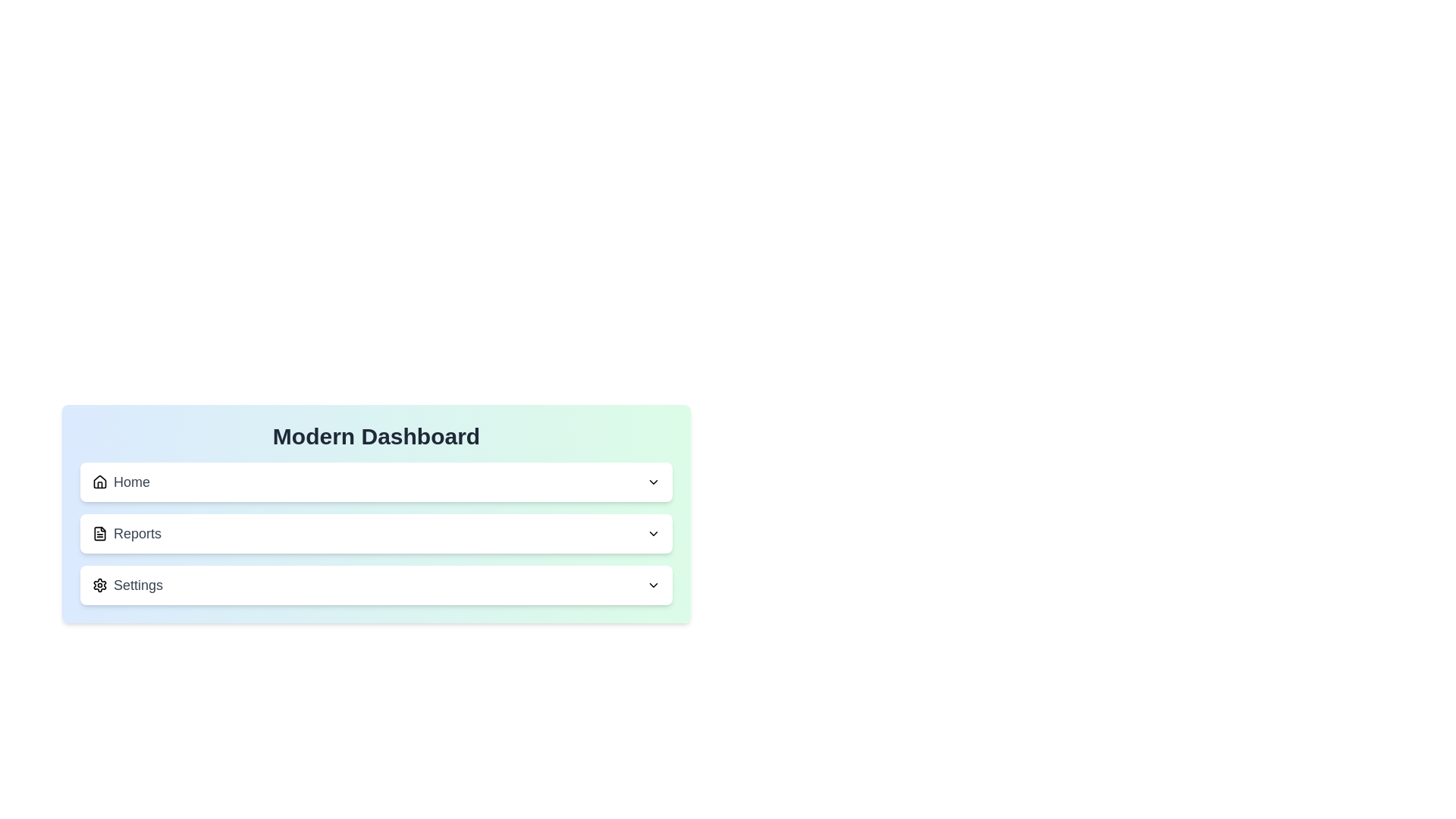 This screenshot has height=819, width=1456. What do you see at coordinates (654, 482) in the screenshot?
I see `the dropdown menu toggle icon located at the far right of the 'Home' section in the vertical menu on the dashboard` at bounding box center [654, 482].